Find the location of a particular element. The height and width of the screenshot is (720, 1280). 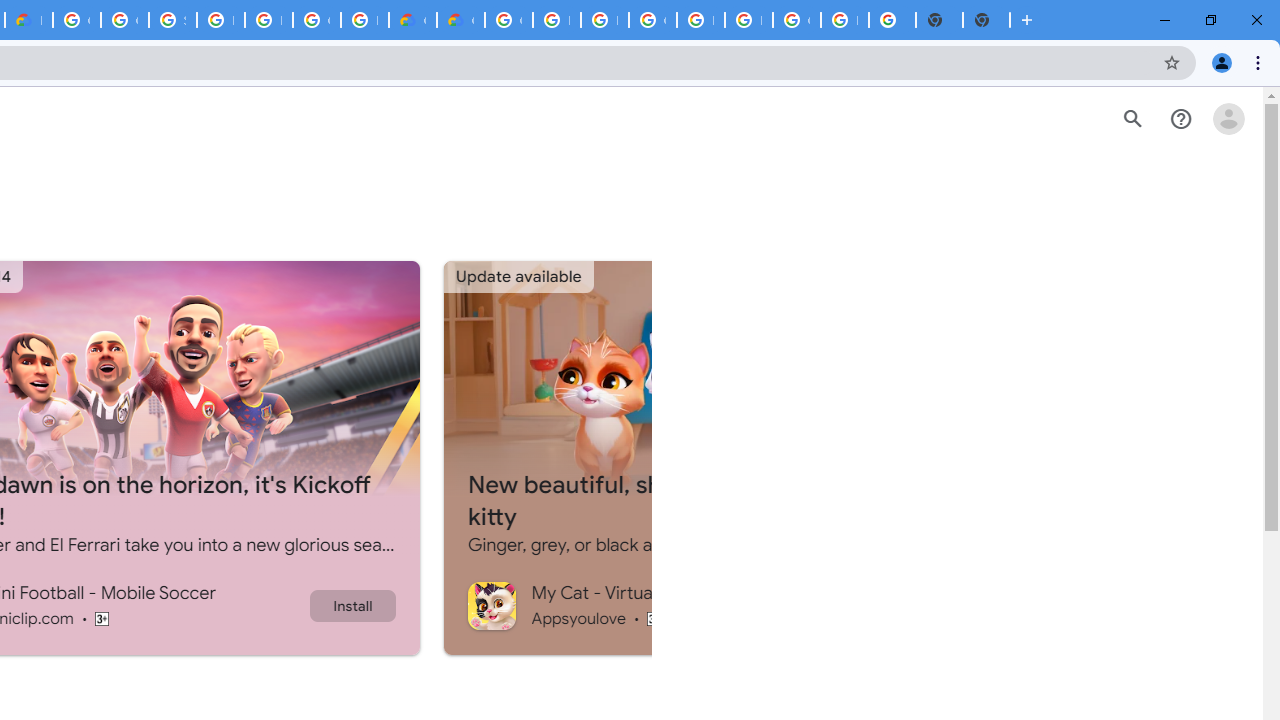

'Install' is located at coordinates (352, 604).